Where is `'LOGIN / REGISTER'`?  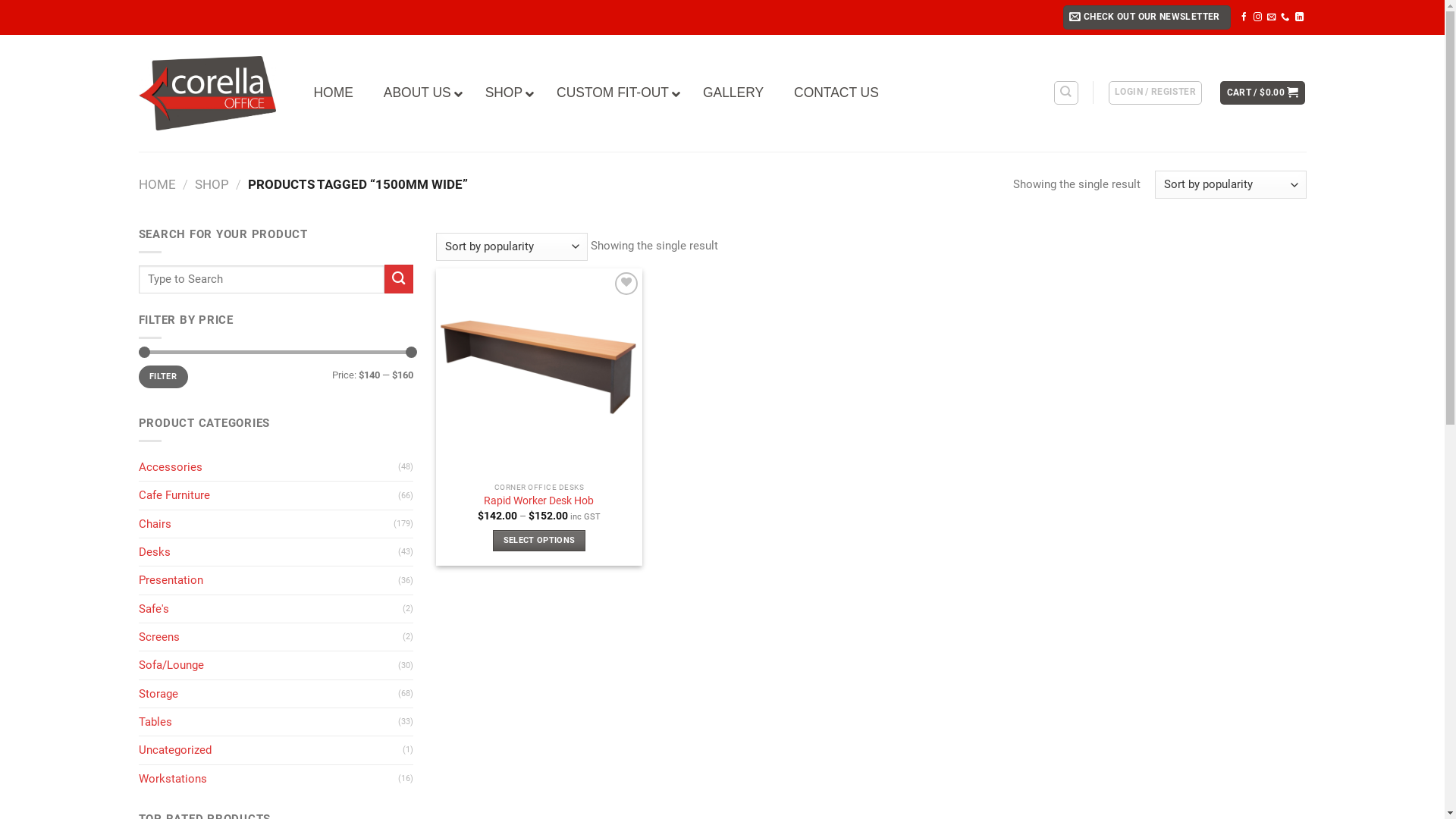 'LOGIN / REGISTER' is located at coordinates (1109, 93).